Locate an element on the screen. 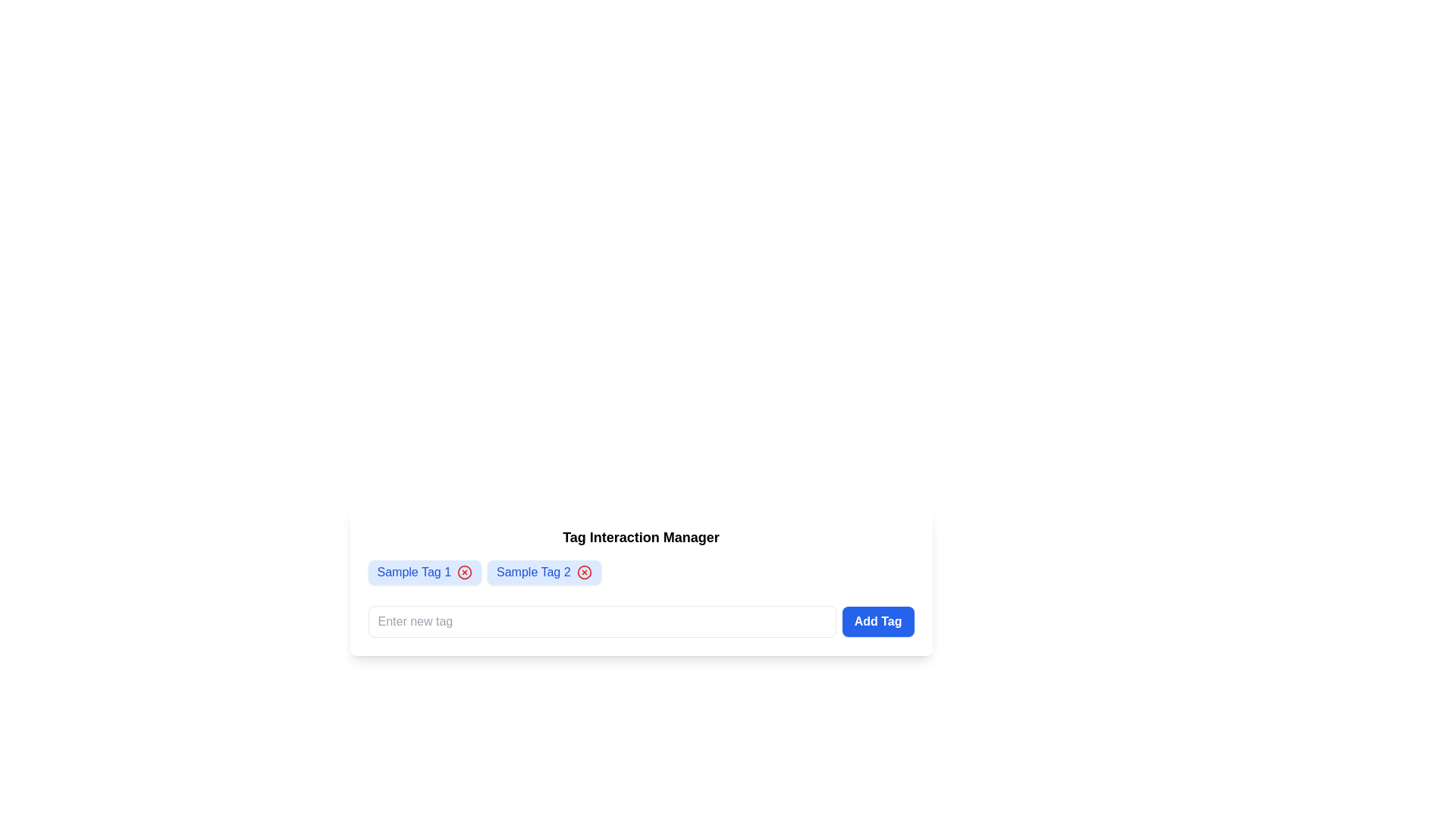  the button that adds a new tag, located at the bottom center of the interface is located at coordinates (878, 622).